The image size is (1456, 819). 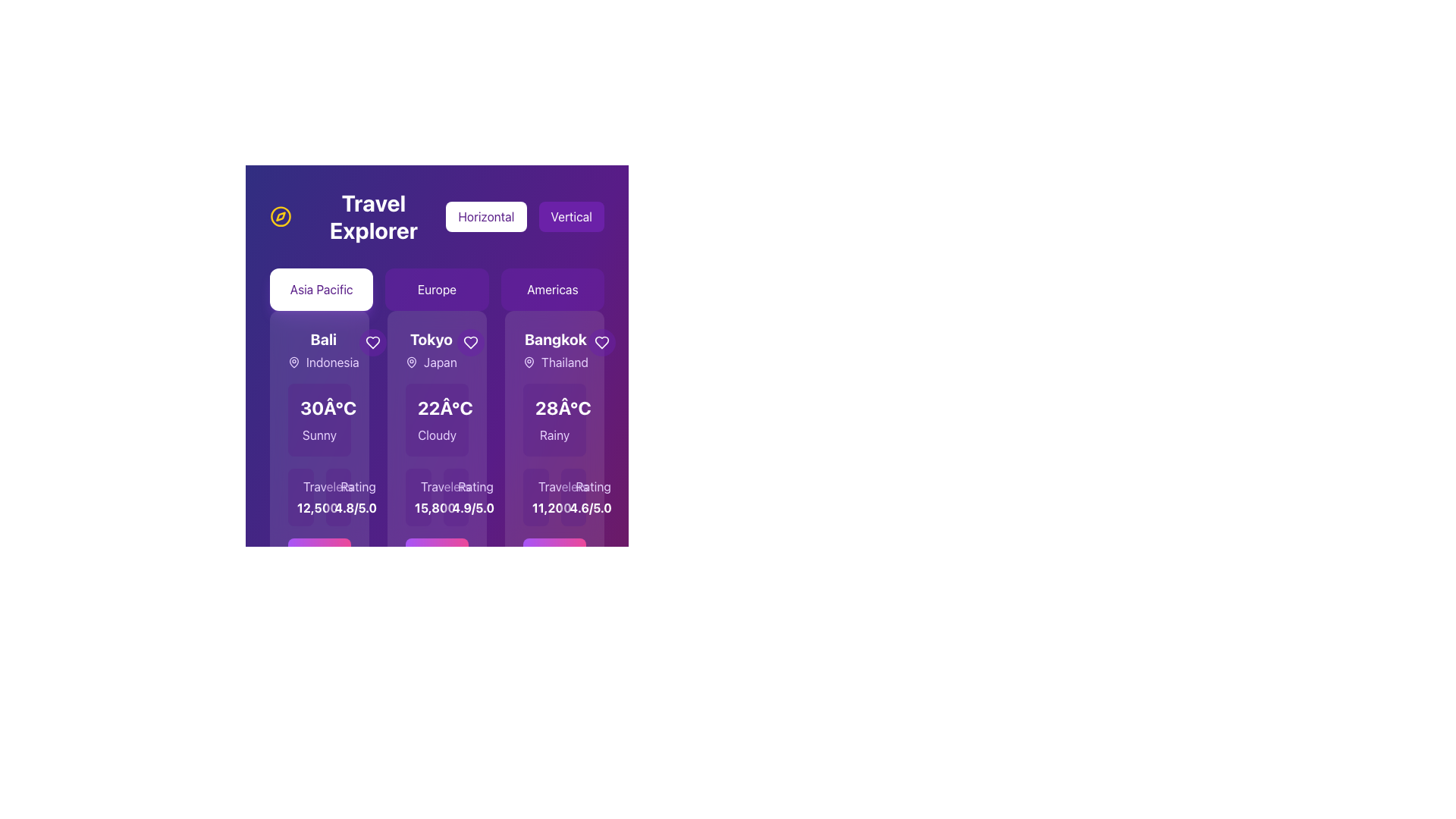 What do you see at coordinates (430, 350) in the screenshot?
I see `location information from the text-based label displaying 'Tokyo' and 'Japan' with a map pin icon, which is centrally aligned against a purple background` at bounding box center [430, 350].